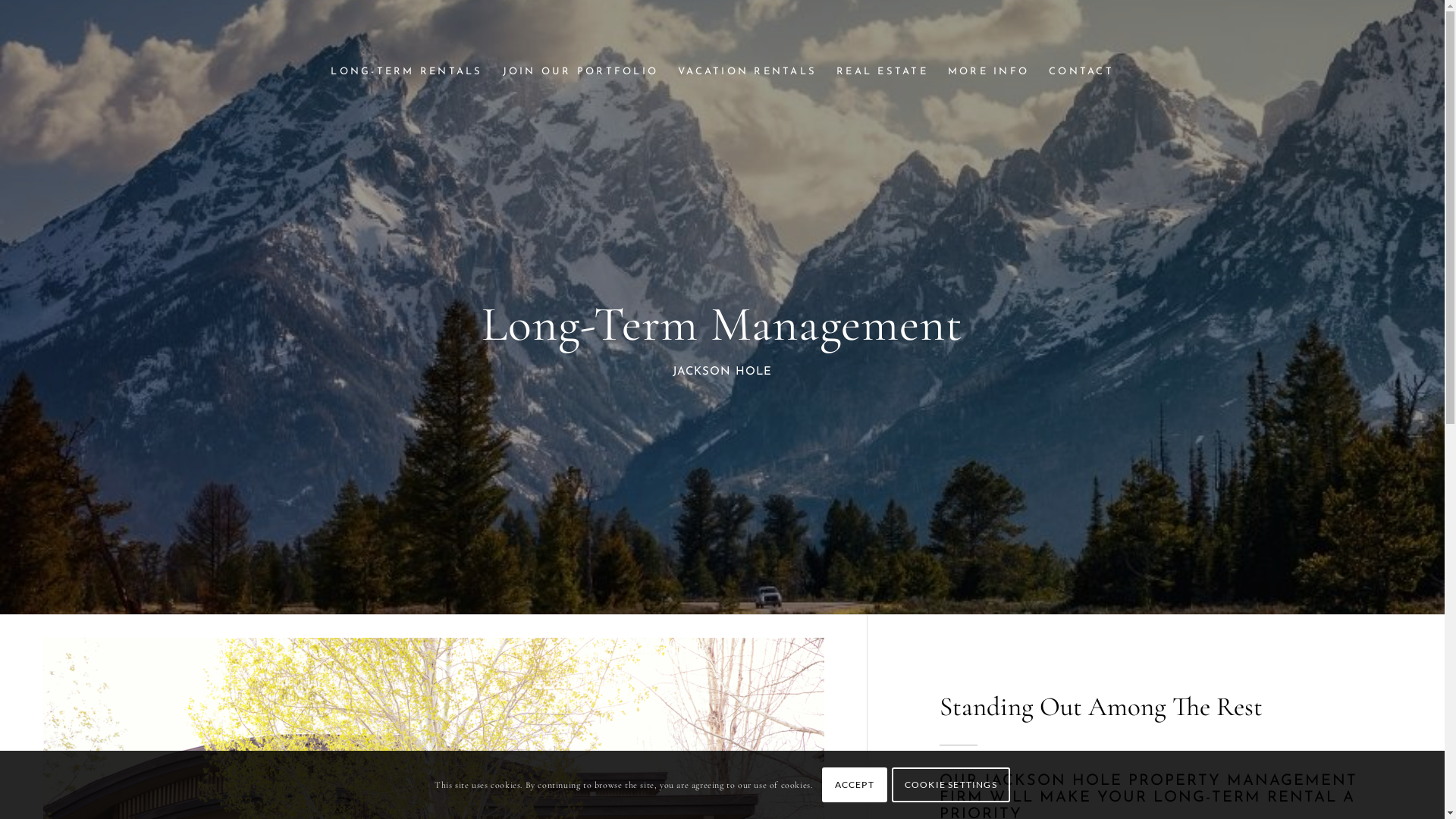 This screenshot has height=819, width=1456. What do you see at coordinates (855, 784) in the screenshot?
I see `'ACCEPT'` at bounding box center [855, 784].